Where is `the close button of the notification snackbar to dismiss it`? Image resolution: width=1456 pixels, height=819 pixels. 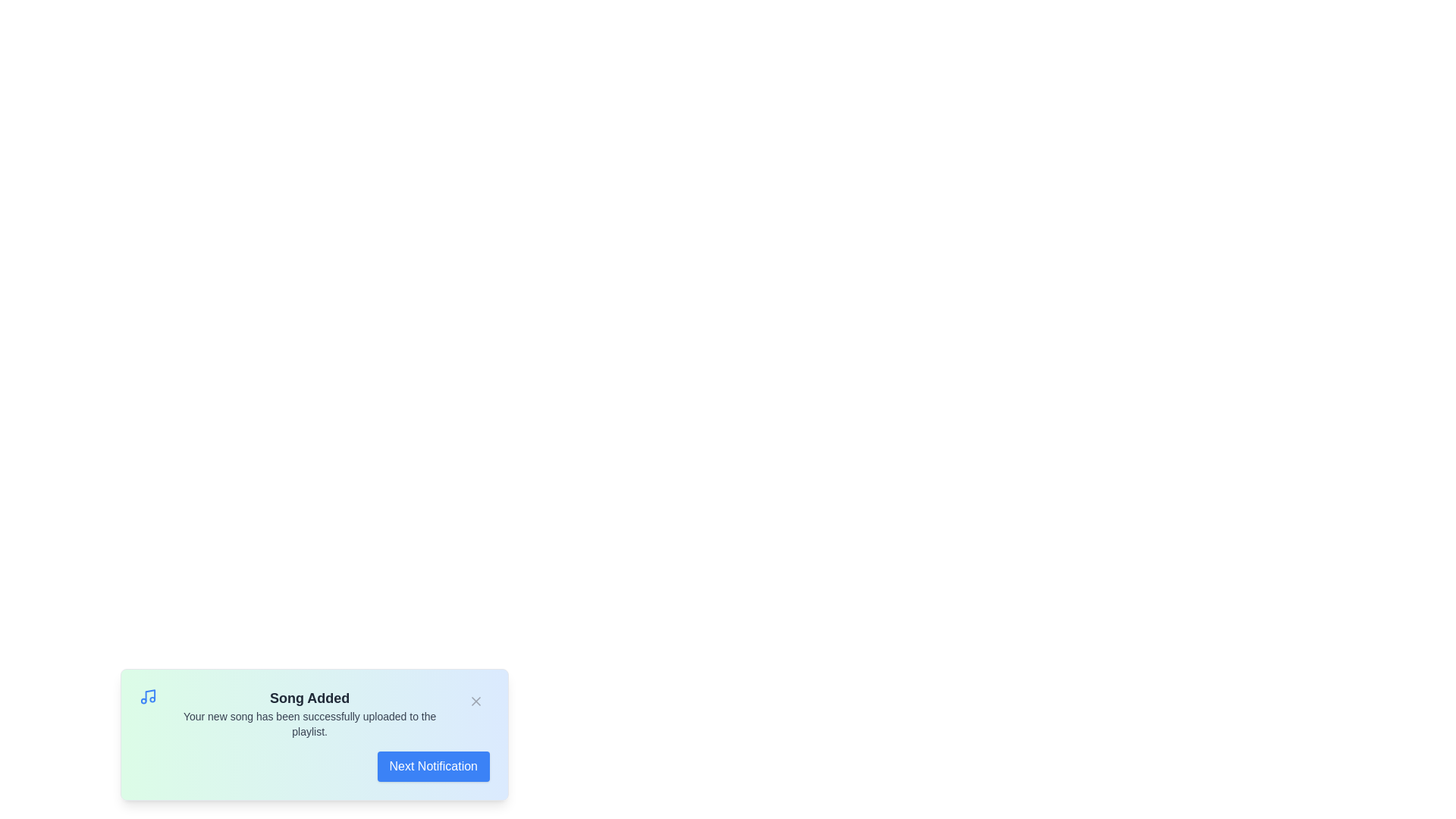 the close button of the notification snackbar to dismiss it is located at coordinates (475, 701).